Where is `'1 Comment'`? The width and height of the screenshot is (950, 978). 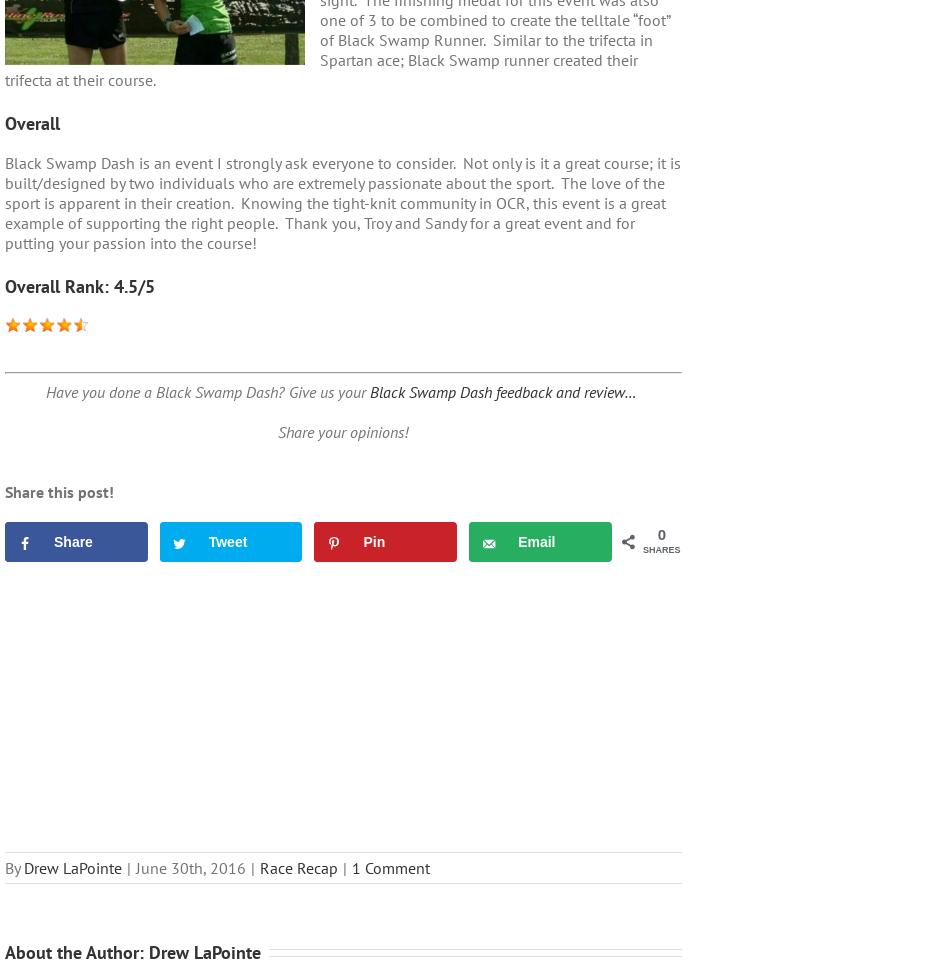
'1 Comment' is located at coordinates (390, 866).